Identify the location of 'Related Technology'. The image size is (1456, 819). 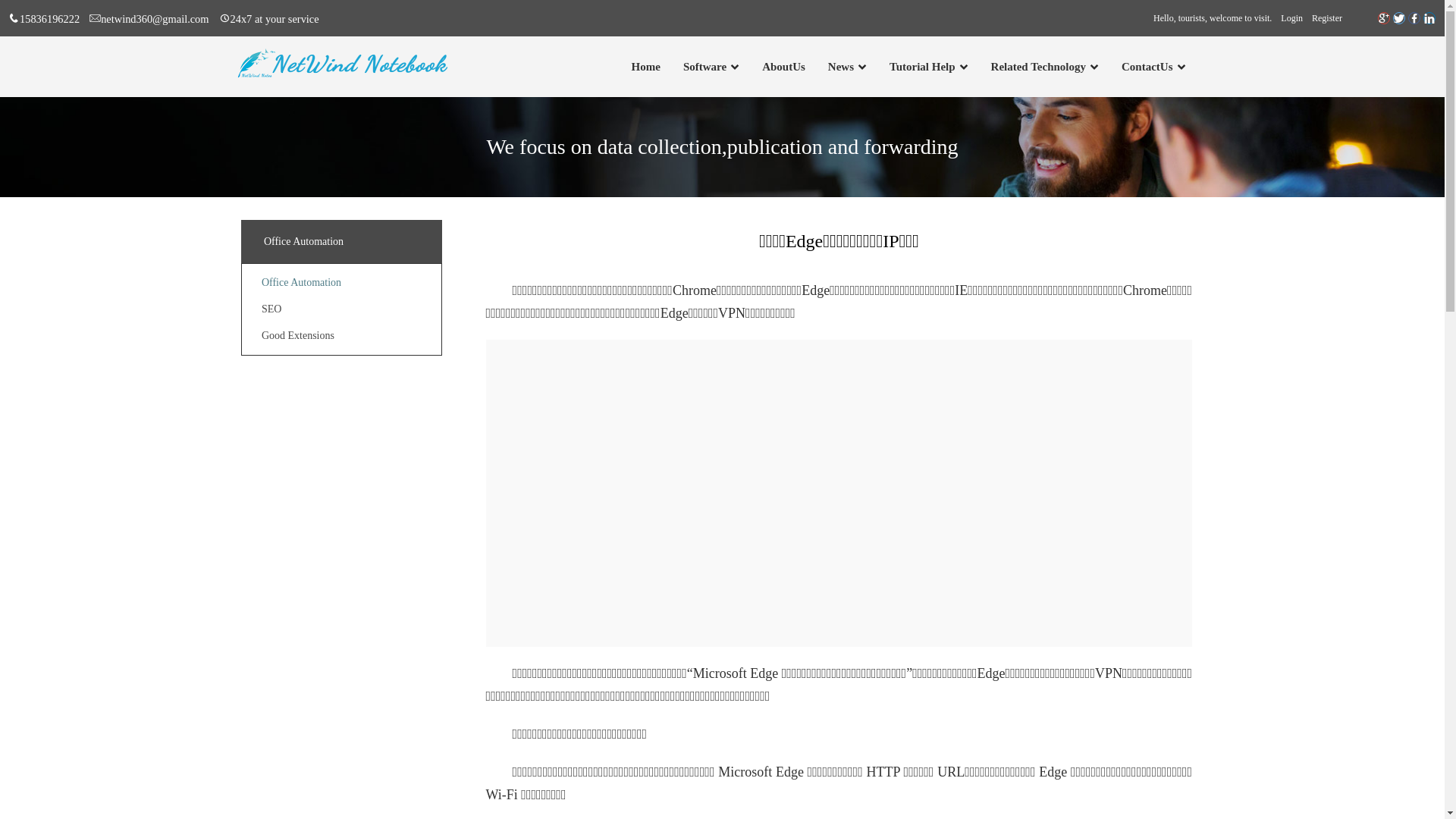
(1037, 66).